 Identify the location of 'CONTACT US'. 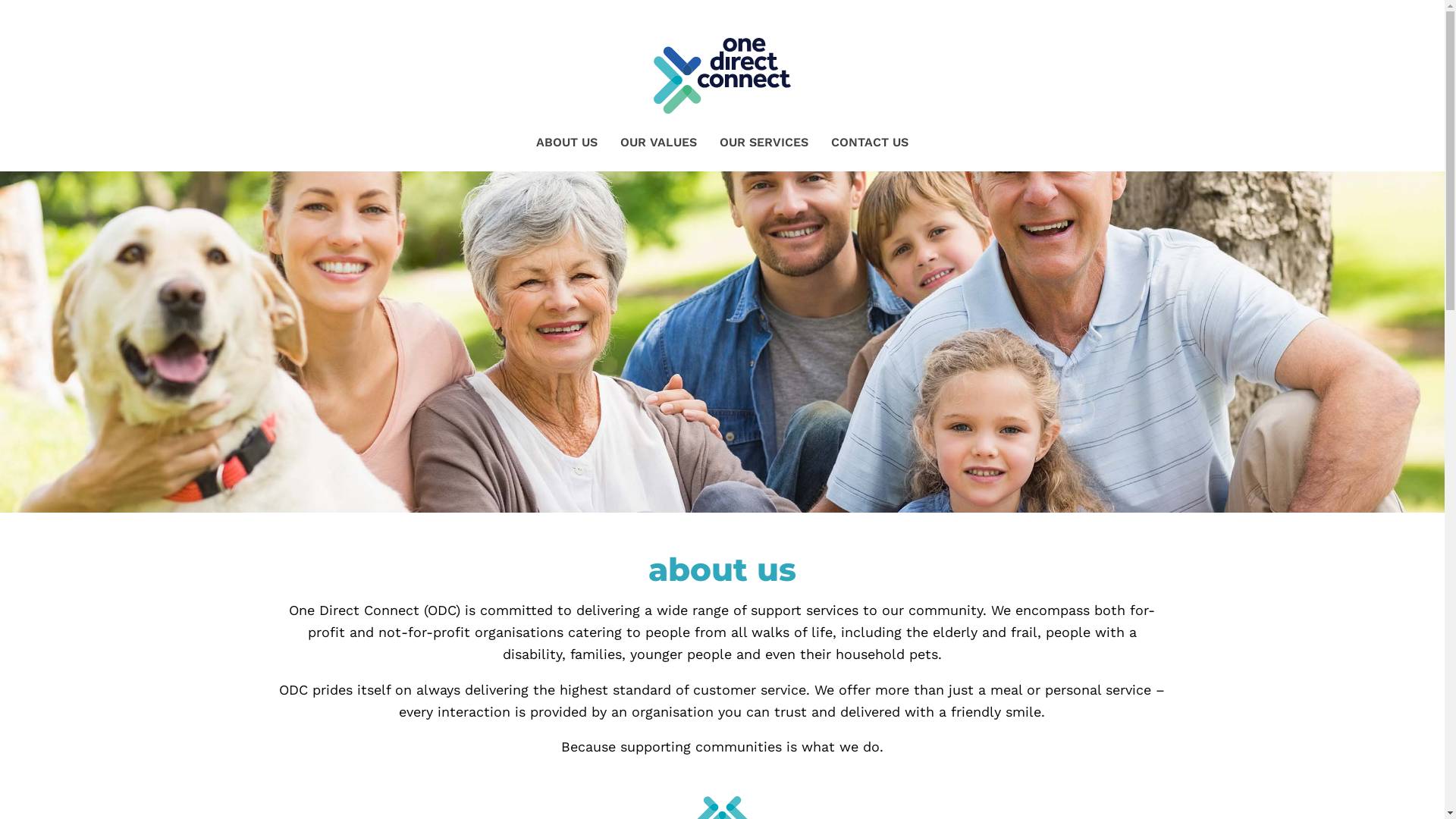
(870, 143).